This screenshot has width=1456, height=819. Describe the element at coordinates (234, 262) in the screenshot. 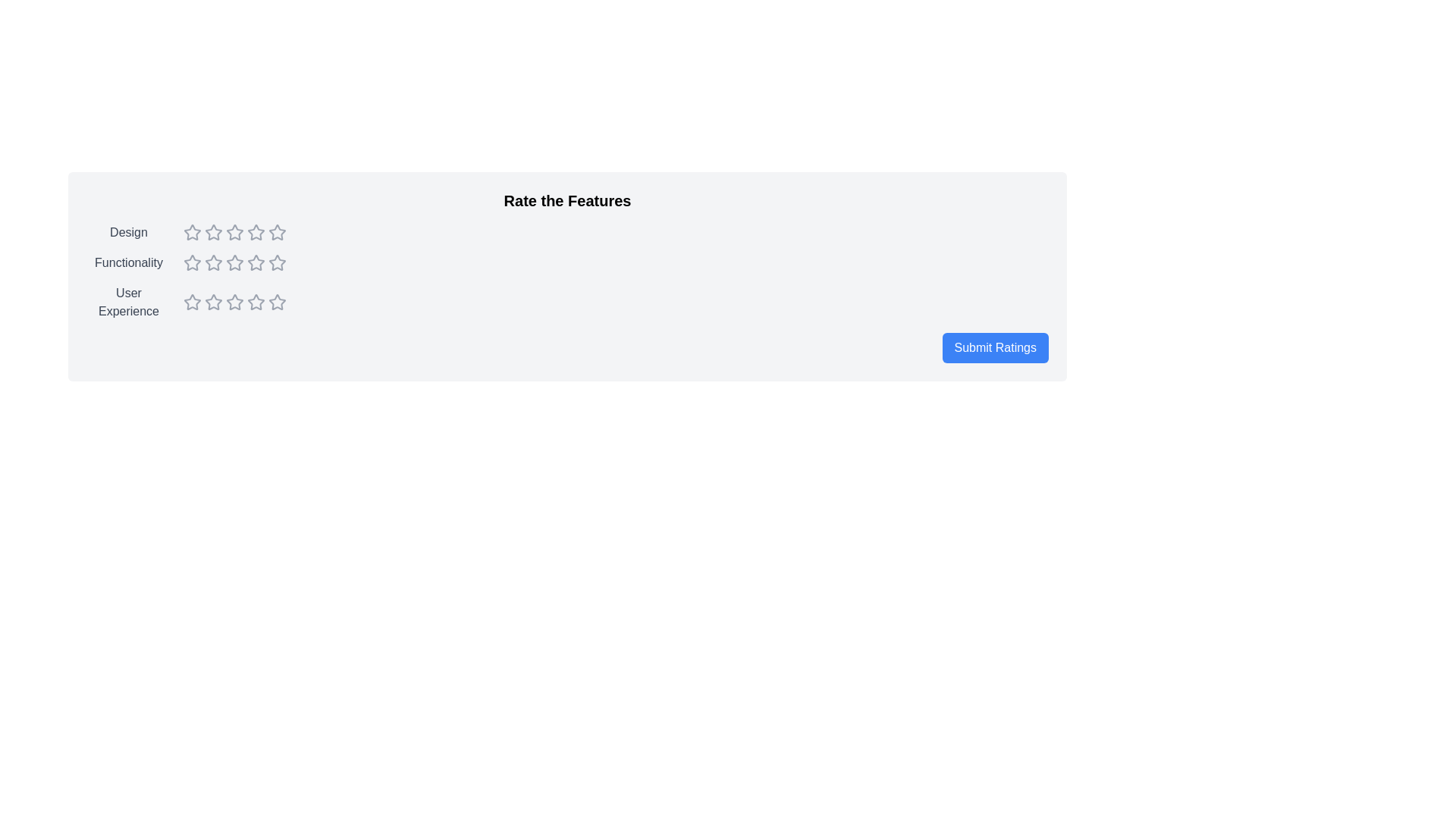

I see `the fourth star-shaped Rating Icon in the row labeled 'Functionality' in the rating section` at that location.